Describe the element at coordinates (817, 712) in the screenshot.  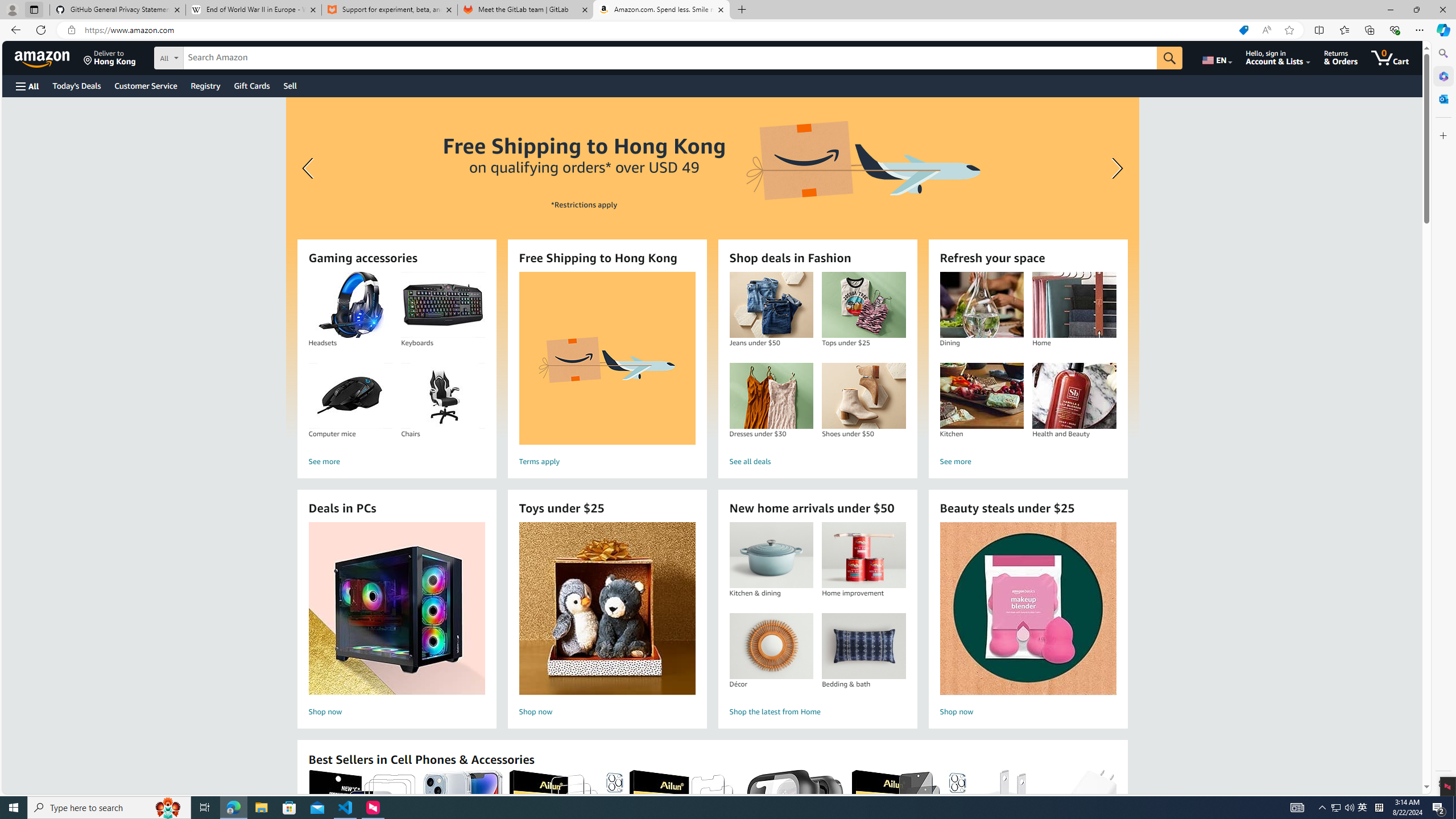
I see `'Shop the latest from Home'` at that location.